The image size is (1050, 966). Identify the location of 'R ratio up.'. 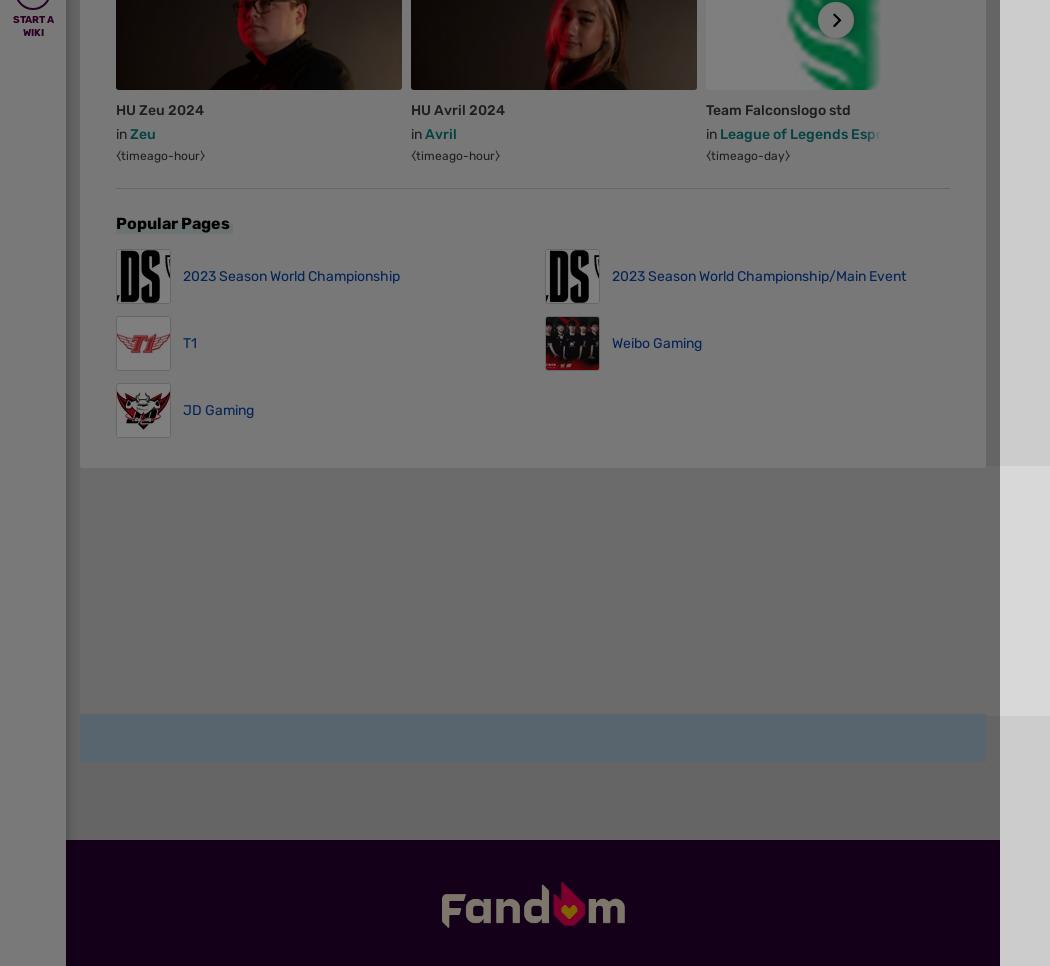
(119, 89).